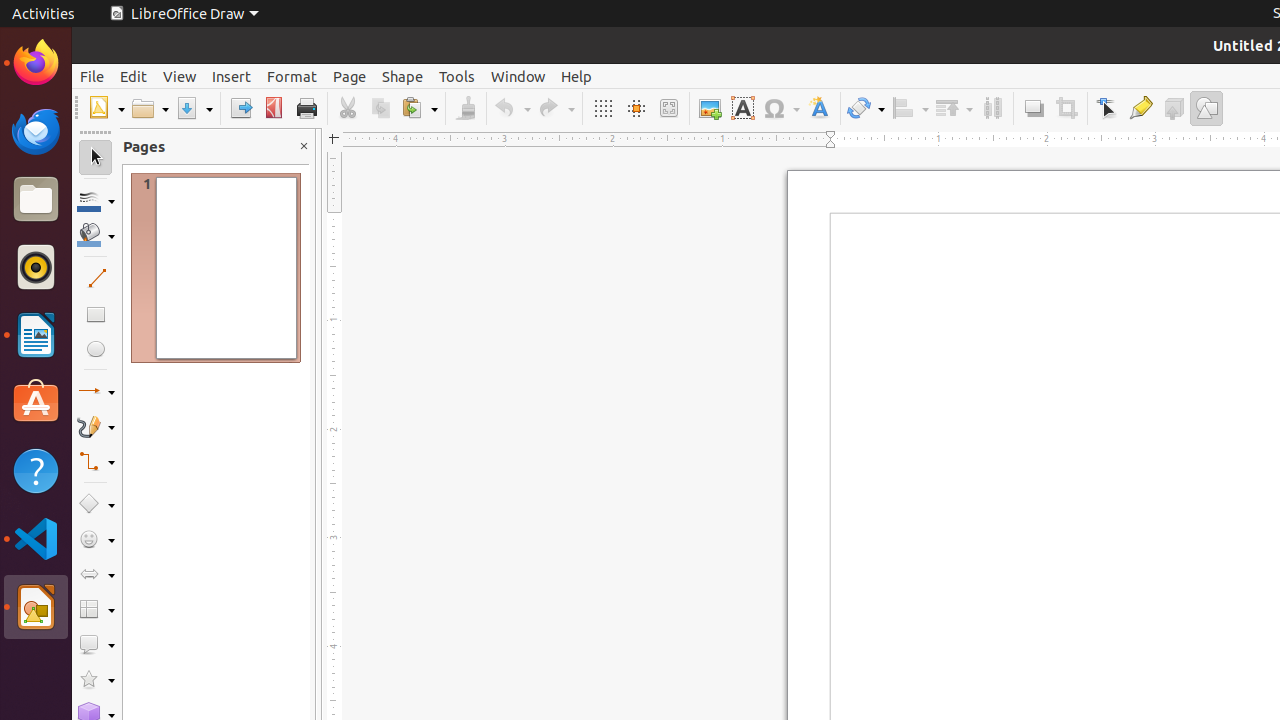  I want to click on 'Save', so click(194, 108).